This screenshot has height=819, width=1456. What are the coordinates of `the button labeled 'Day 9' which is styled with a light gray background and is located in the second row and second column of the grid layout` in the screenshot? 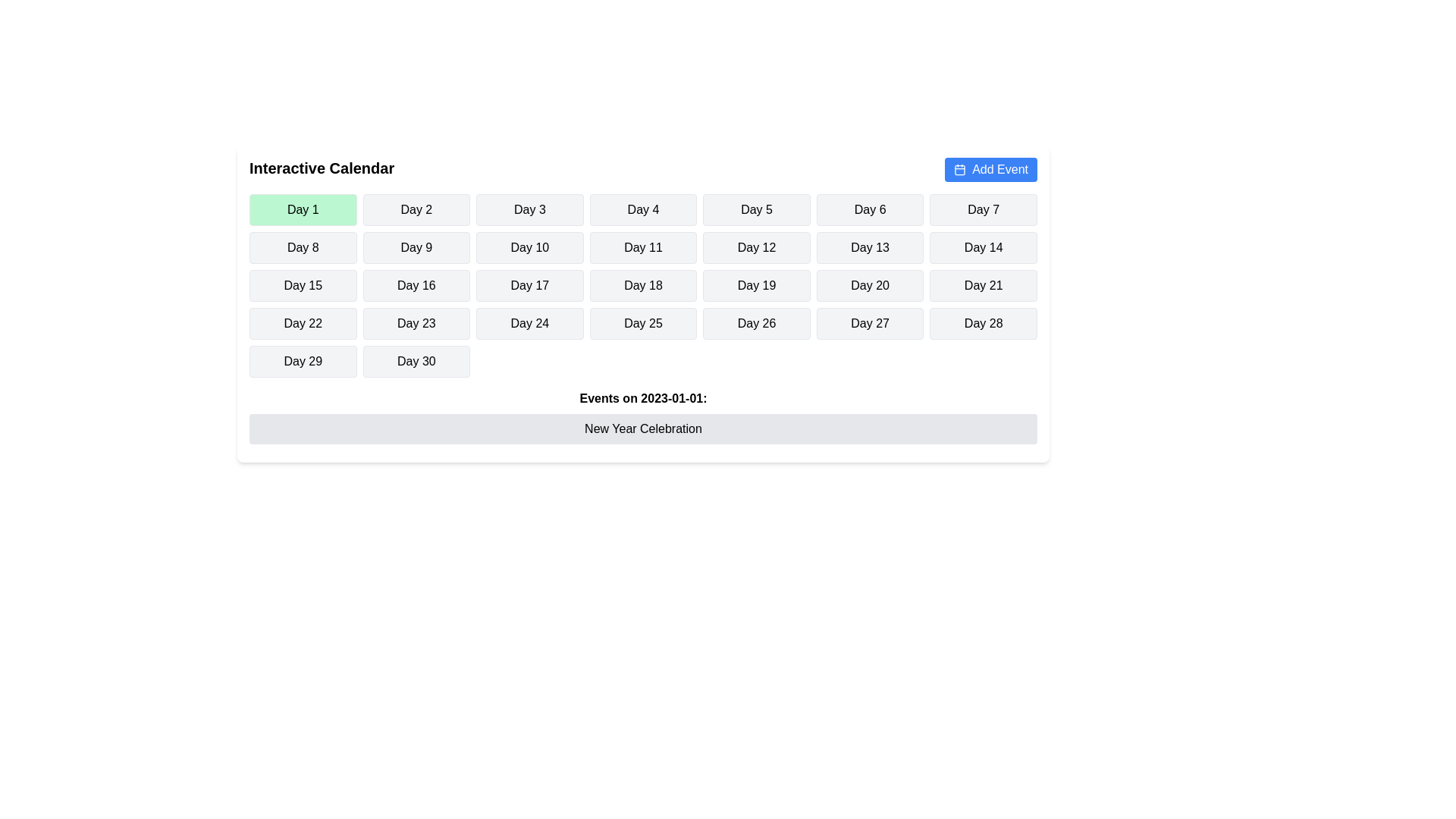 It's located at (416, 247).